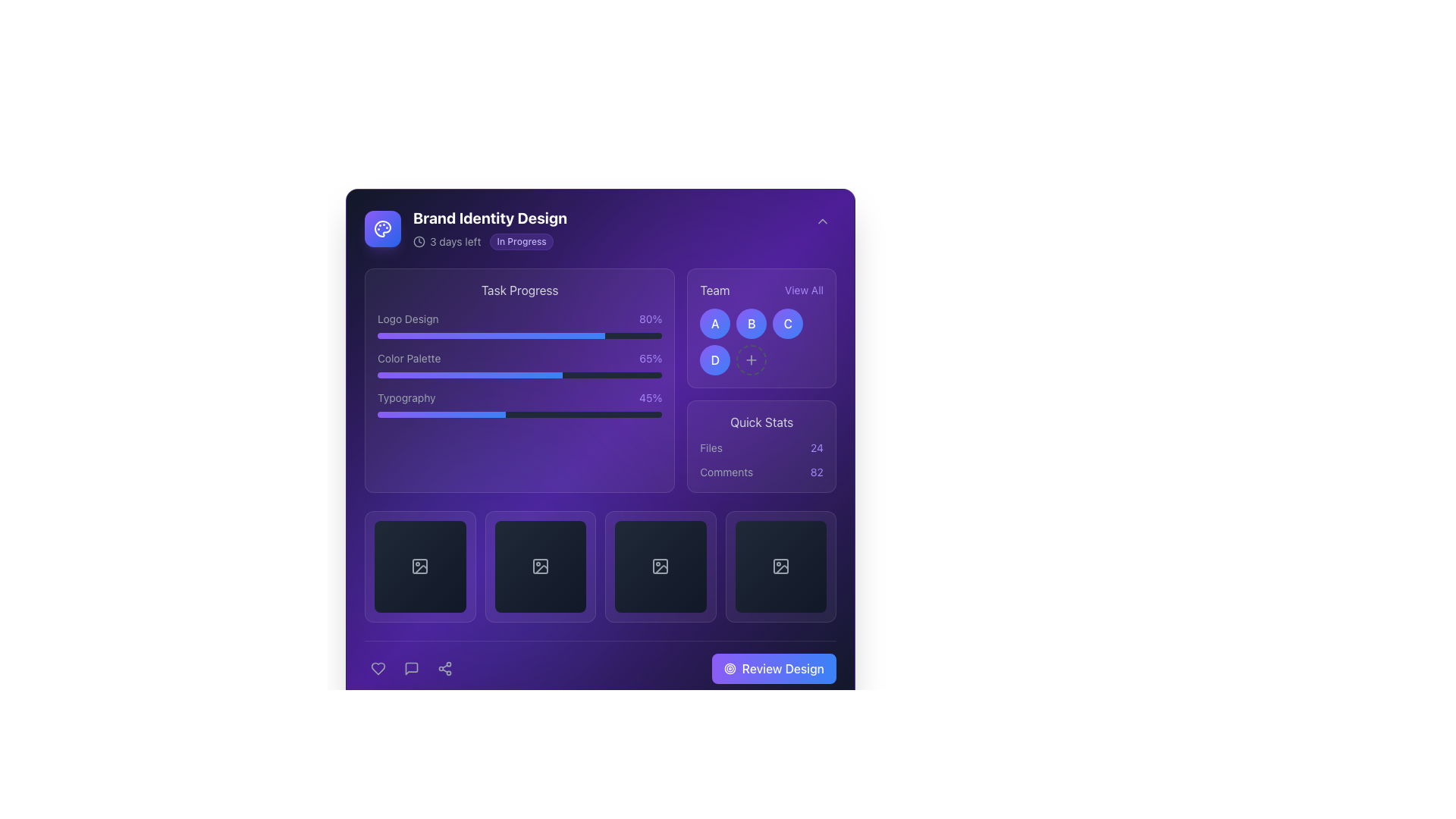 This screenshot has height=819, width=1456. Describe the element at coordinates (441, 415) in the screenshot. I see `the filled portion of the progress bar representing 45% completion of the 'Typography' task in the 'Task Progress' section, if it has interactive behavior` at that location.